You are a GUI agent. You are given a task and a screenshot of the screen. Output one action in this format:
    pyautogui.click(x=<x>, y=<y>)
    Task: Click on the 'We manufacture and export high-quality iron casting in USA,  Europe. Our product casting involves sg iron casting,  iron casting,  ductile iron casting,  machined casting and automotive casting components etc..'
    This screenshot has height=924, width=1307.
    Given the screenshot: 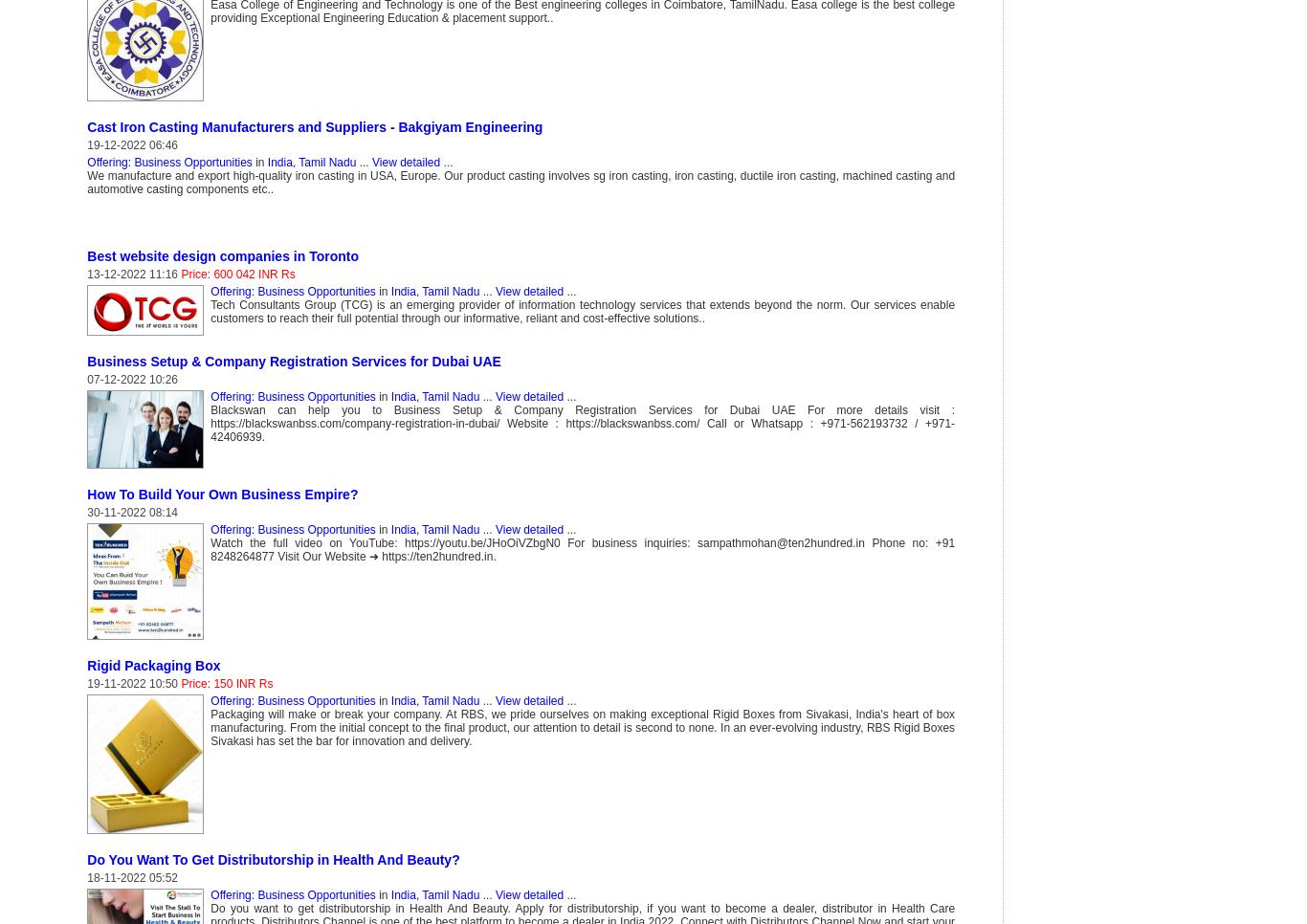 What is the action you would take?
    pyautogui.click(x=521, y=182)
    